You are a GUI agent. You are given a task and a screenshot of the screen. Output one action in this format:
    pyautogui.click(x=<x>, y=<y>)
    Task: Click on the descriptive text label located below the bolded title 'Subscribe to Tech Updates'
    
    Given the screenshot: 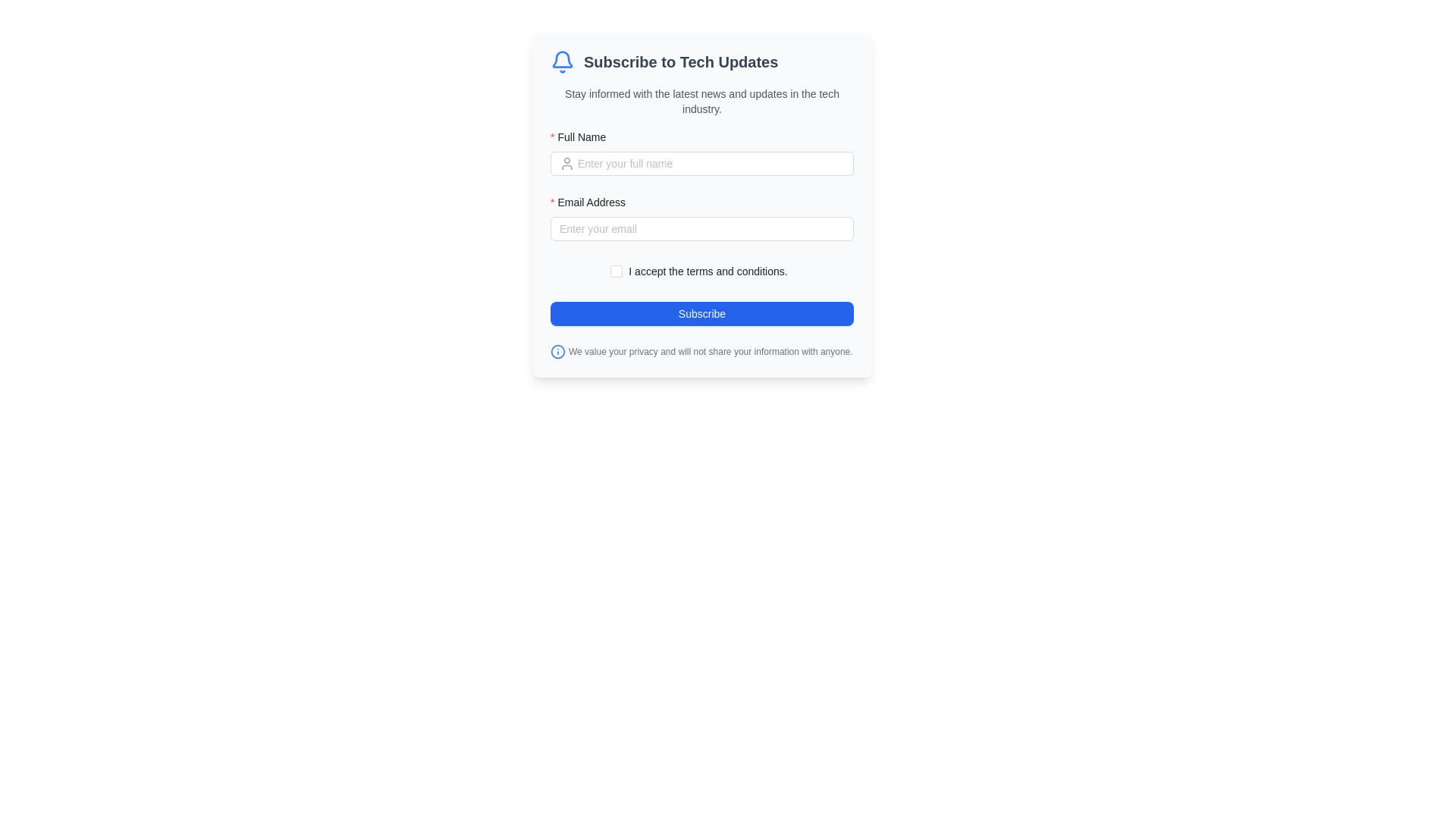 What is the action you would take?
    pyautogui.click(x=701, y=102)
    